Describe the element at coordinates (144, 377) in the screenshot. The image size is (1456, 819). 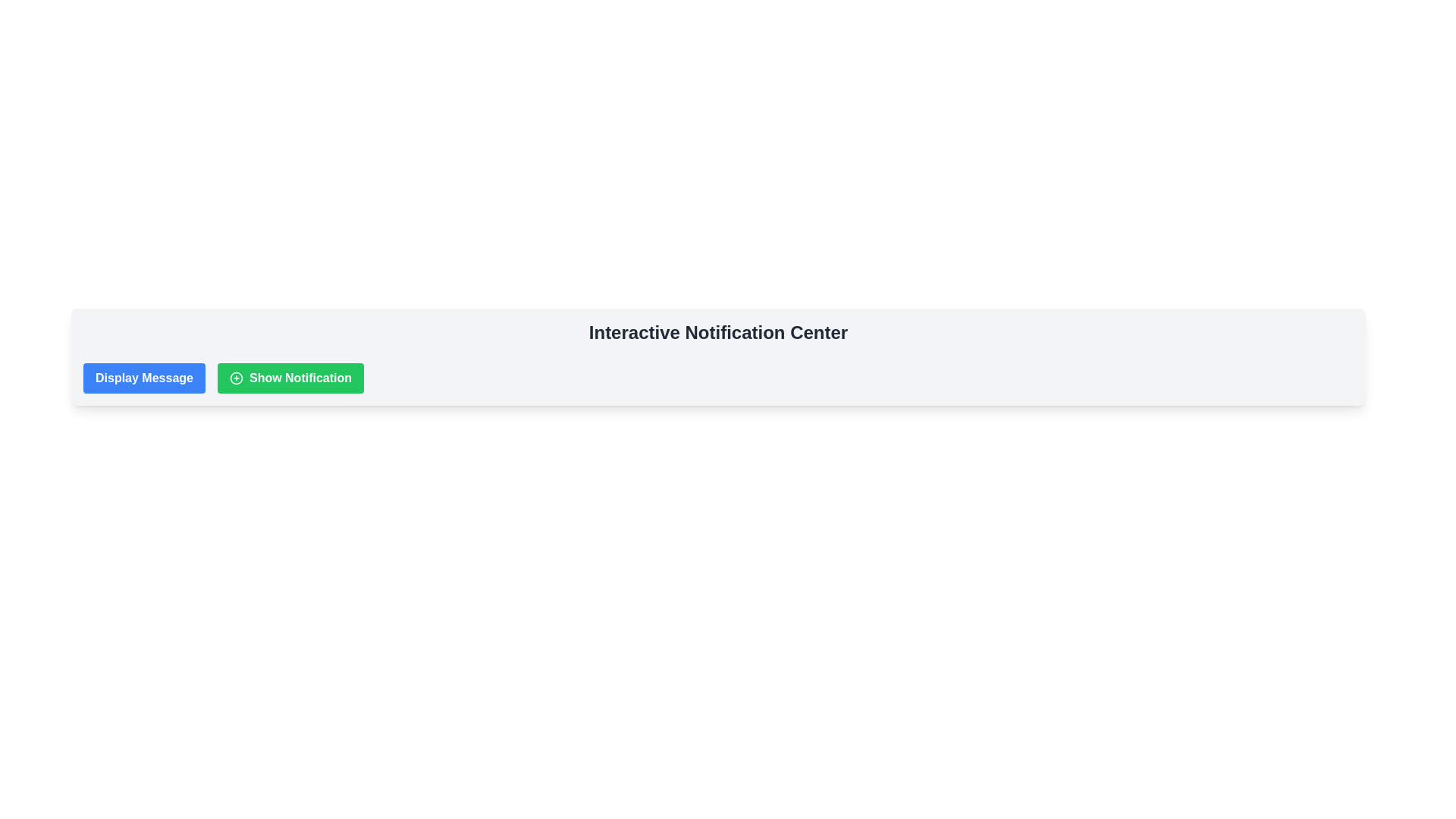
I see `the button labeled 'Display Message'` at that location.